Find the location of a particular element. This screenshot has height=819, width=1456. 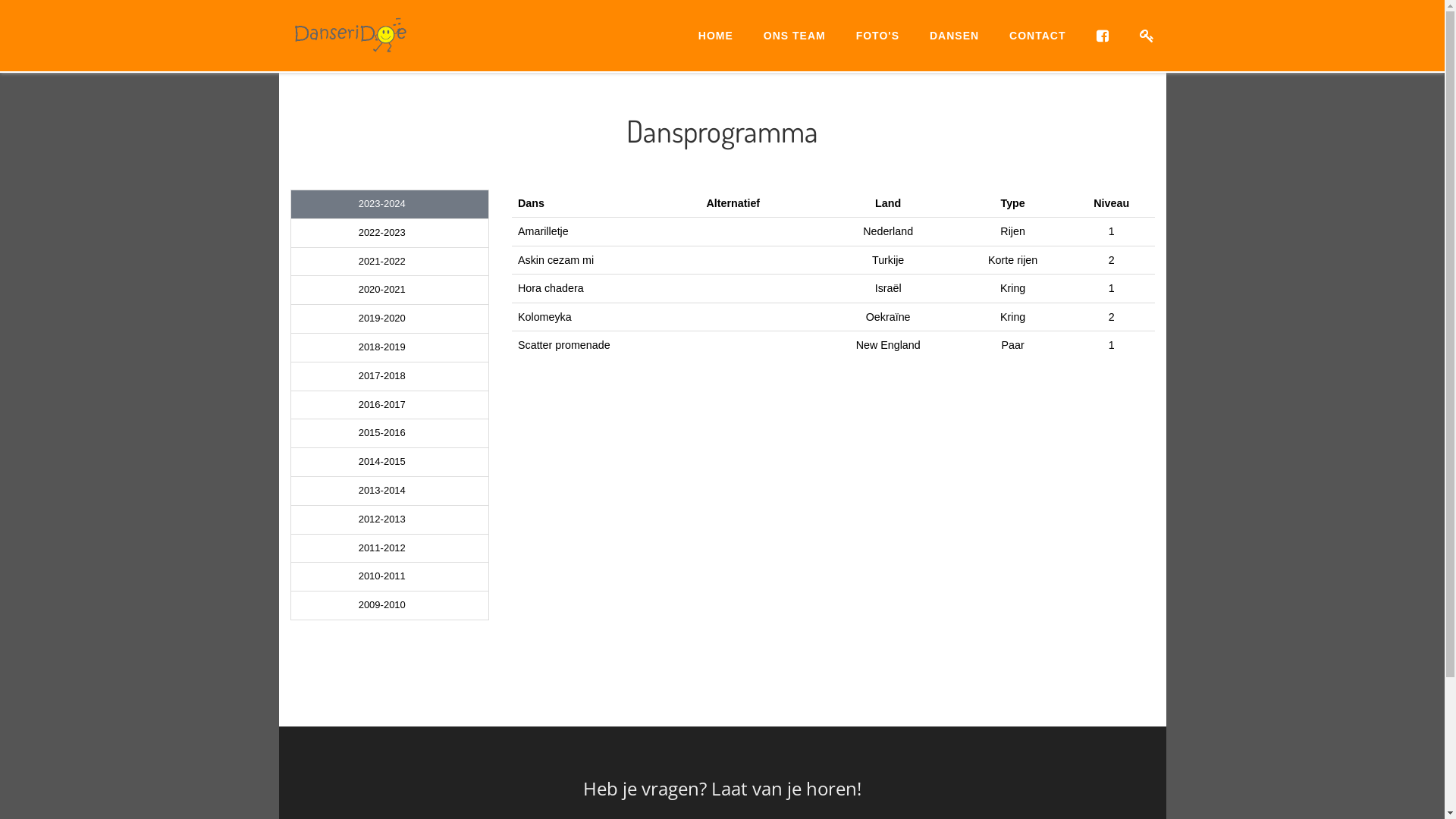

'2010-2011' is located at coordinates (390, 576).